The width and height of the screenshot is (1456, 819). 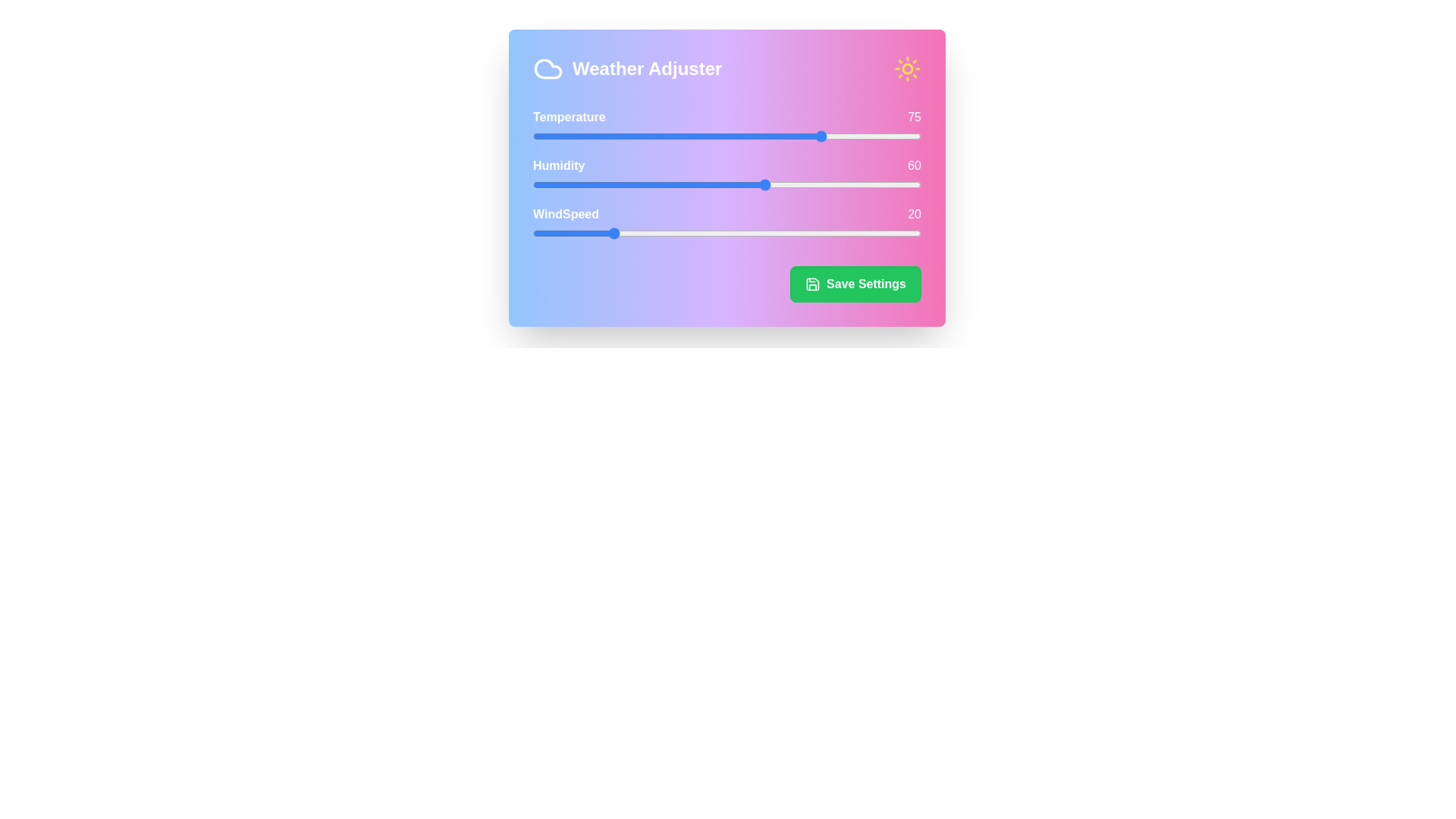 I want to click on the humidity value, so click(x=714, y=184).